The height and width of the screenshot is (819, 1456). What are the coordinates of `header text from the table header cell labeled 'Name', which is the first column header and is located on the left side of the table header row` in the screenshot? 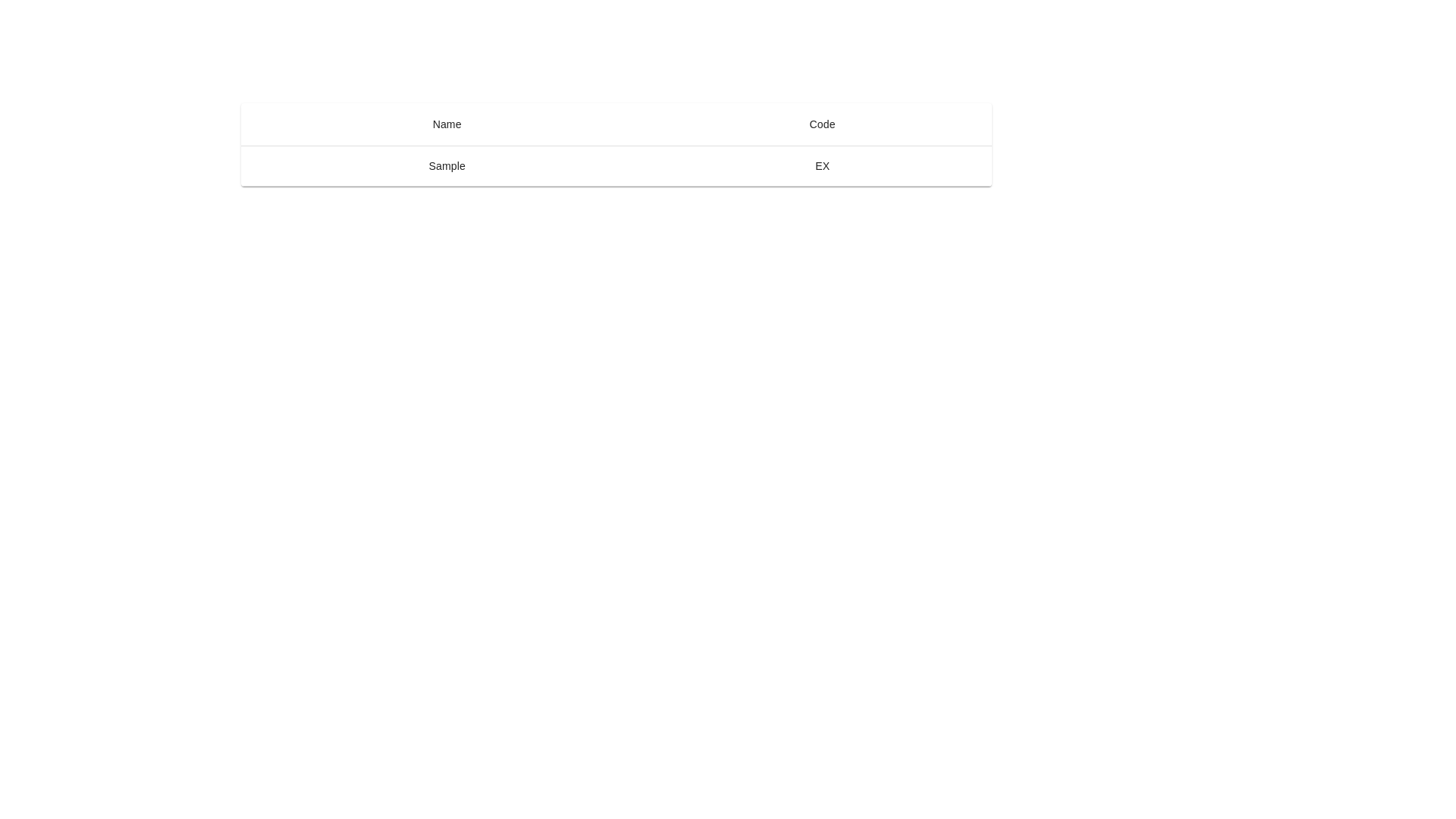 It's located at (446, 124).